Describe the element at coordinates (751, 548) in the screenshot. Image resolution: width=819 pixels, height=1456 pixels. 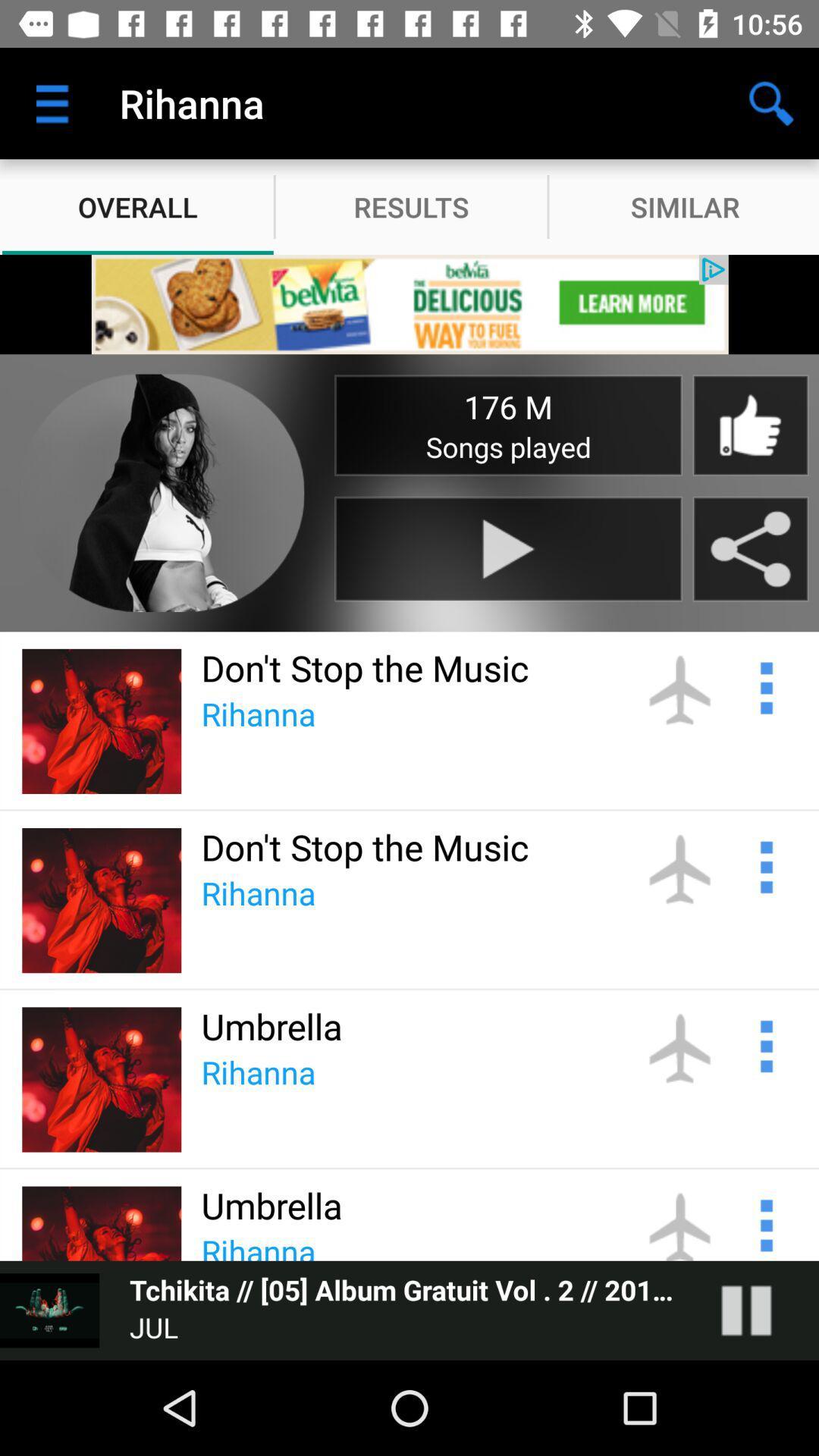
I see `share` at that location.